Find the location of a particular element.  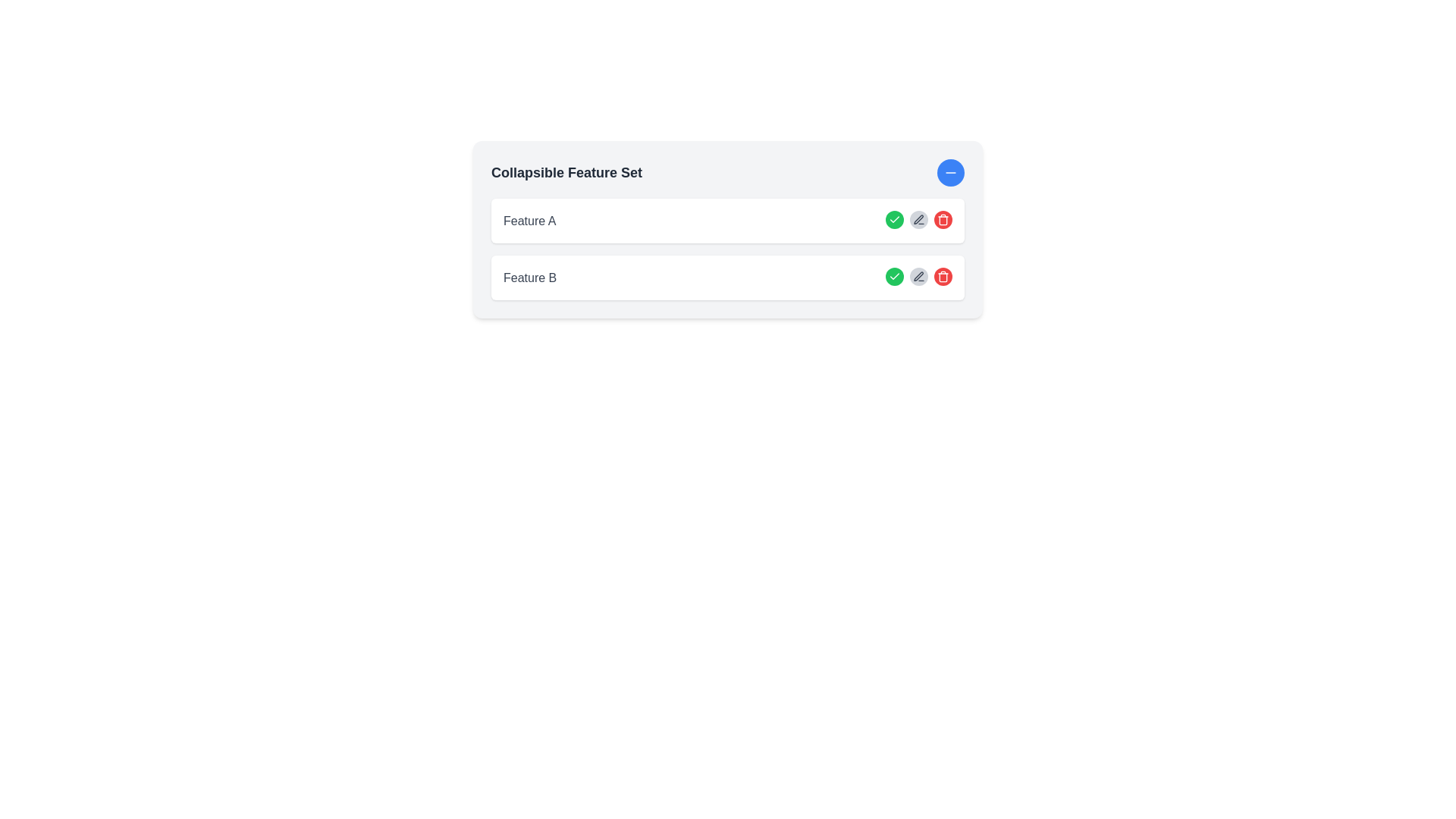

the trash can icon for the delete action associated with the row labeled 'Feature A' is located at coordinates (942, 277).